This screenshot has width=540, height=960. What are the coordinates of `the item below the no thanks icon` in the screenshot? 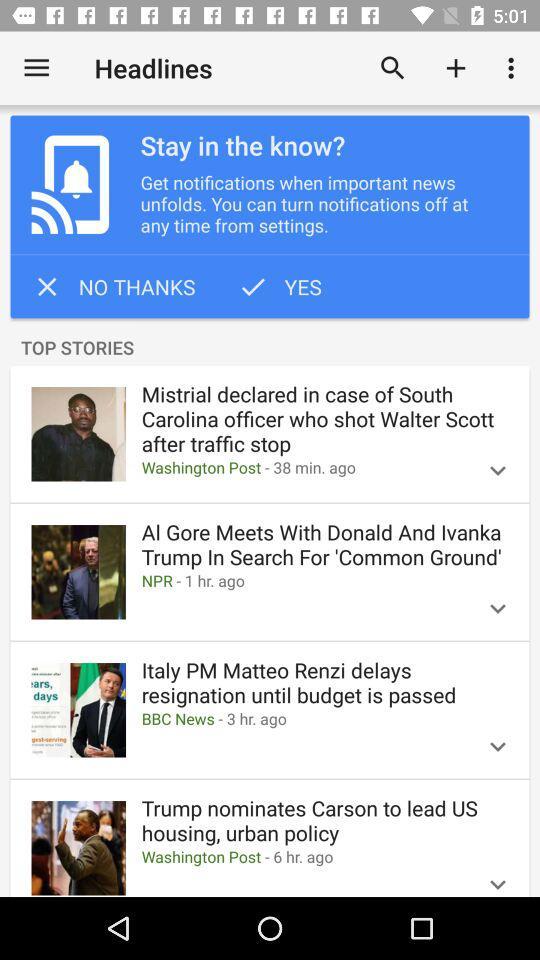 It's located at (270, 348).